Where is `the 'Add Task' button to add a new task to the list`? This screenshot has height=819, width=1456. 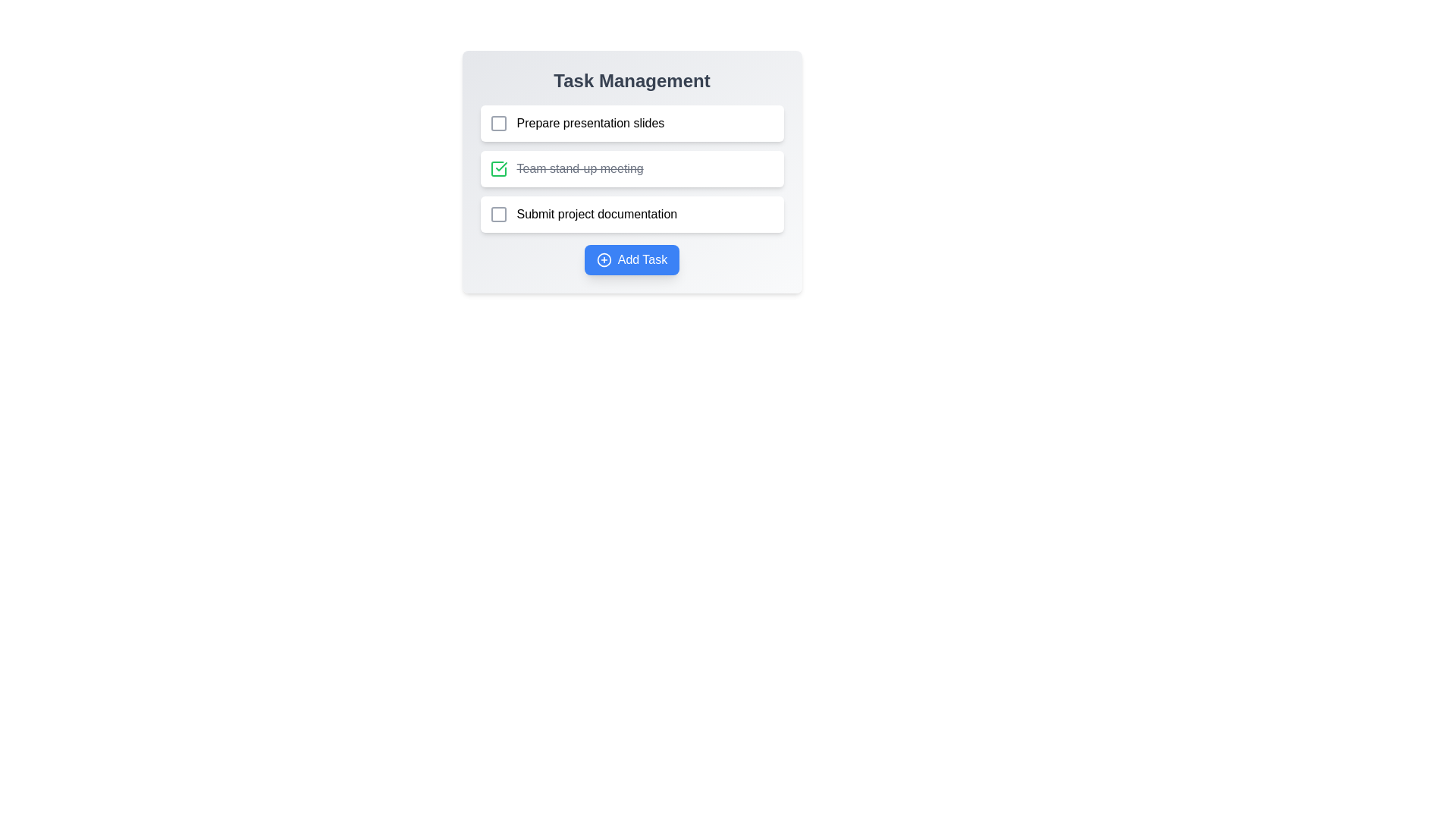 the 'Add Task' button to add a new task to the list is located at coordinates (632, 259).